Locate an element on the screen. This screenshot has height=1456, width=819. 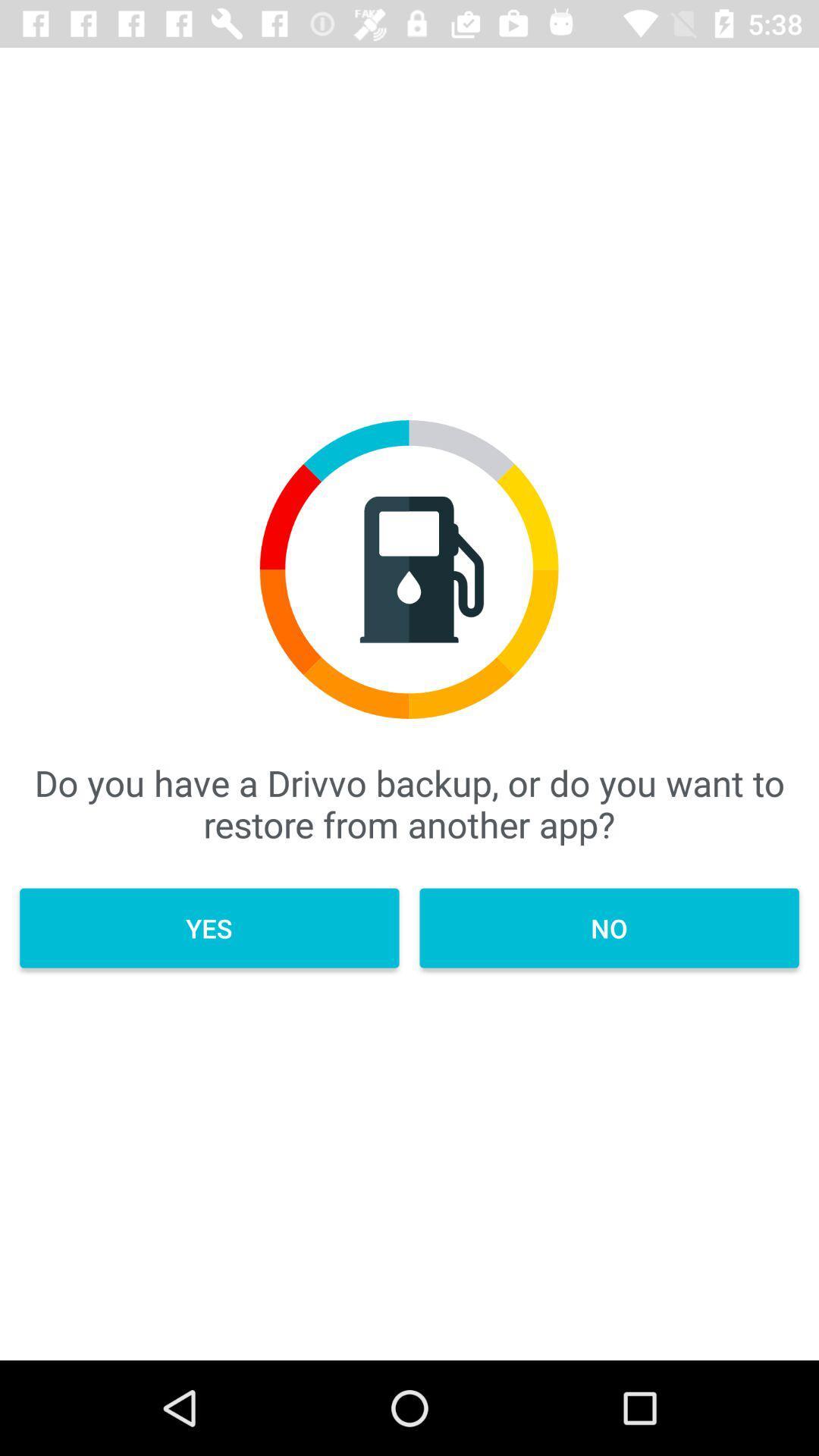
the icon below do you have item is located at coordinates (209, 927).